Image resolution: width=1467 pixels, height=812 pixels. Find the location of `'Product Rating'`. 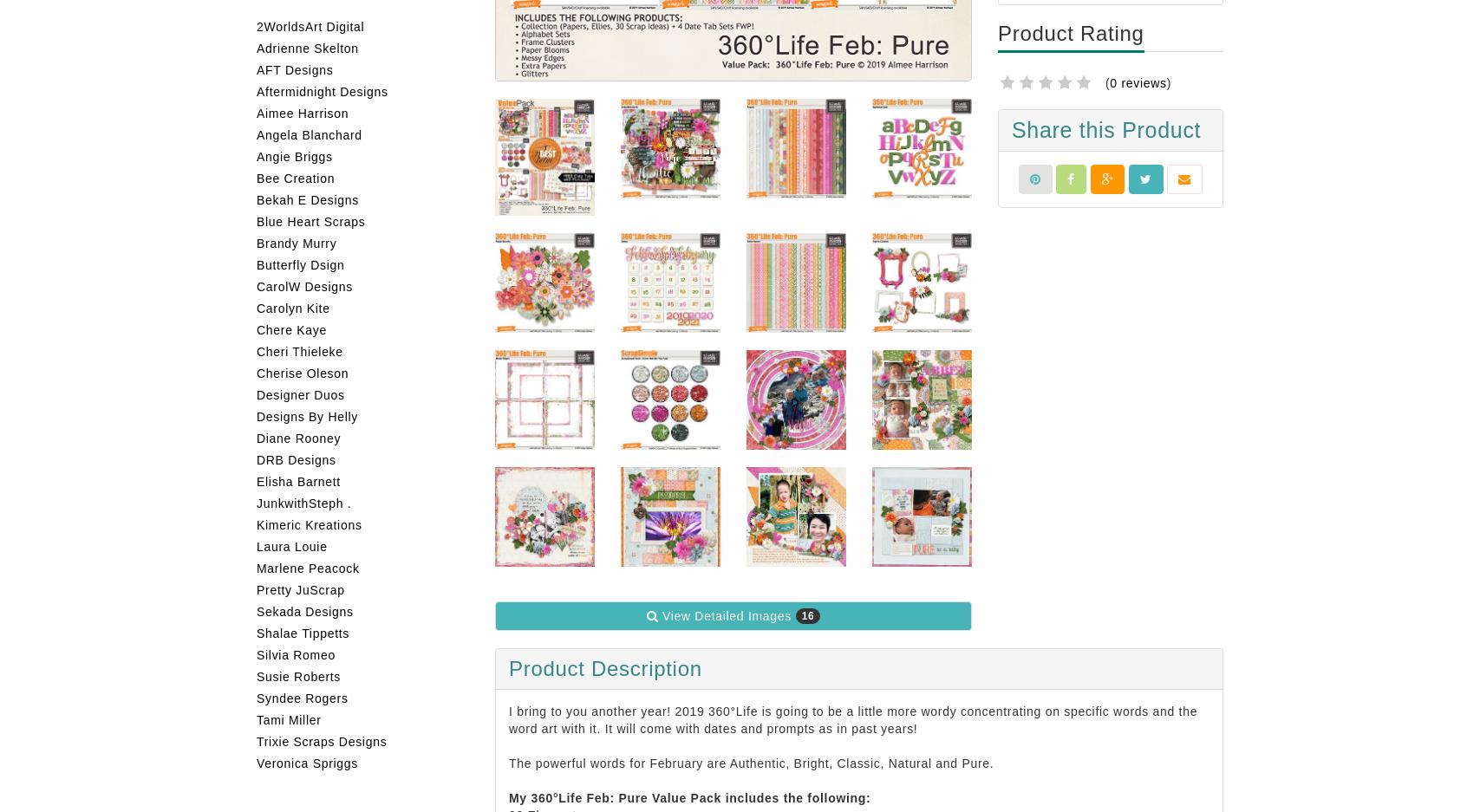

'Product Rating' is located at coordinates (1070, 33).